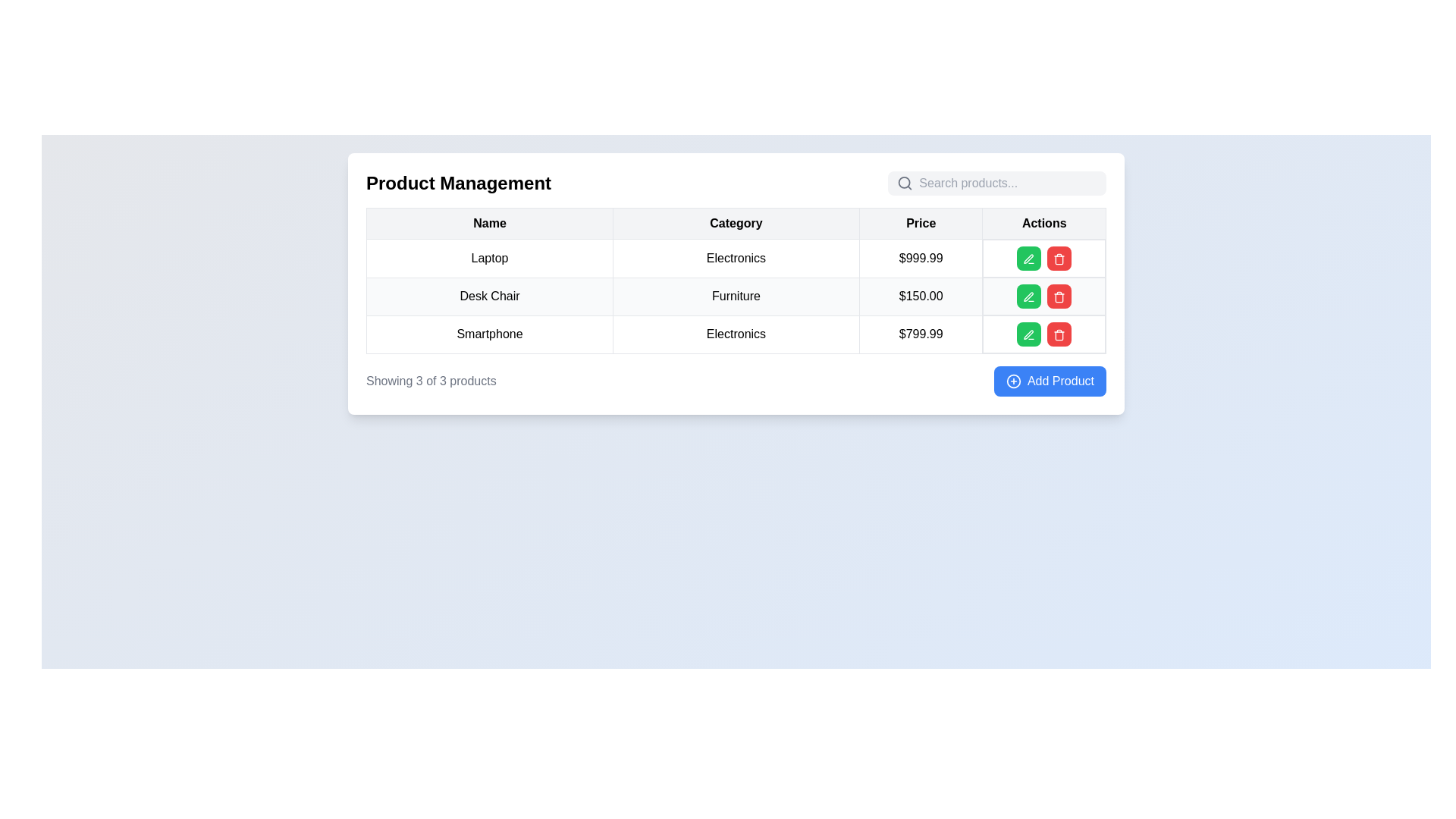 The width and height of the screenshot is (1456, 819). What do you see at coordinates (1028, 297) in the screenshot?
I see `the icon button in the 'Actions' column of the 'Product Management' table, located in the second row` at bounding box center [1028, 297].